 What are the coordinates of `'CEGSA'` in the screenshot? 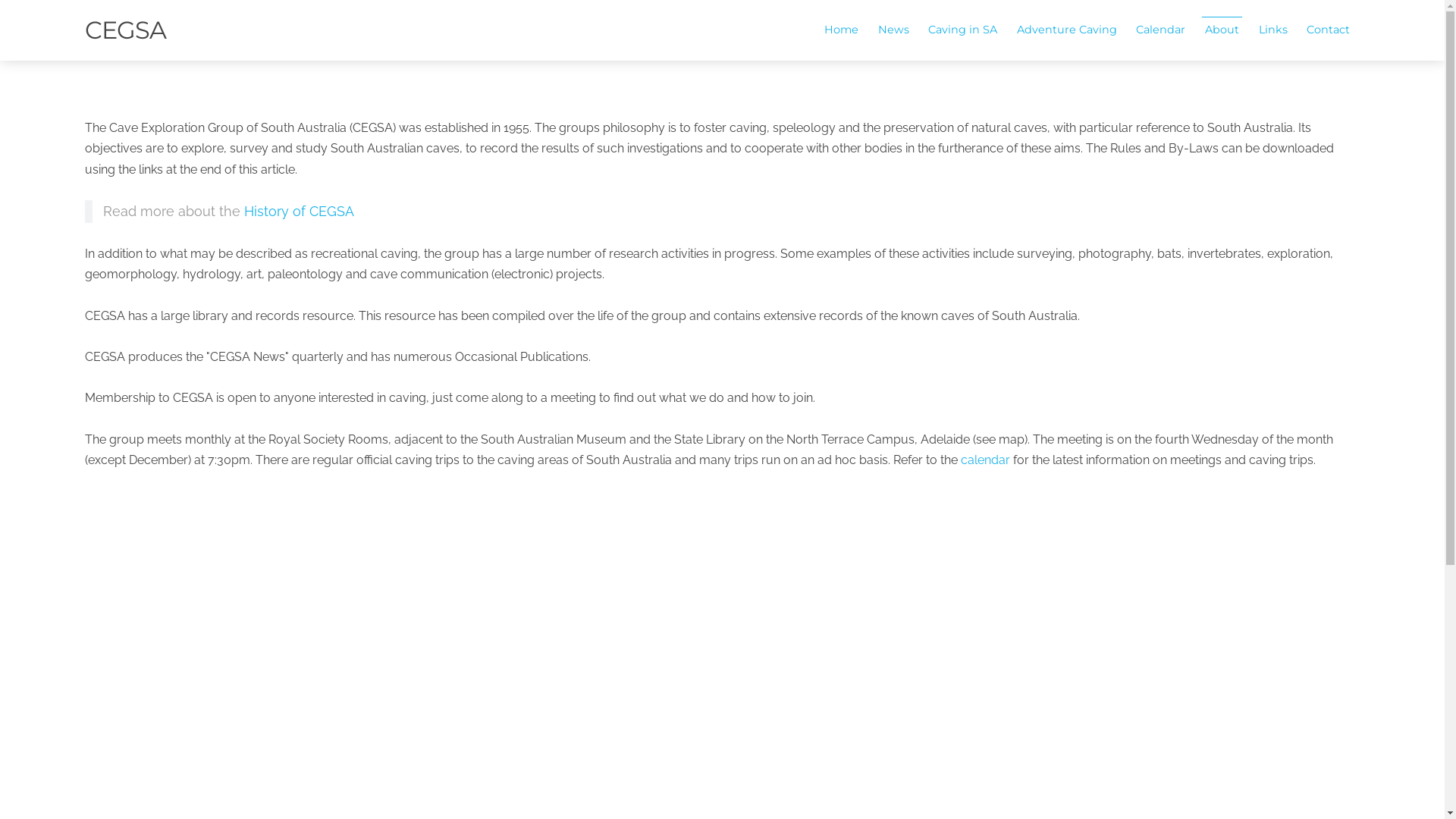 It's located at (125, 30).